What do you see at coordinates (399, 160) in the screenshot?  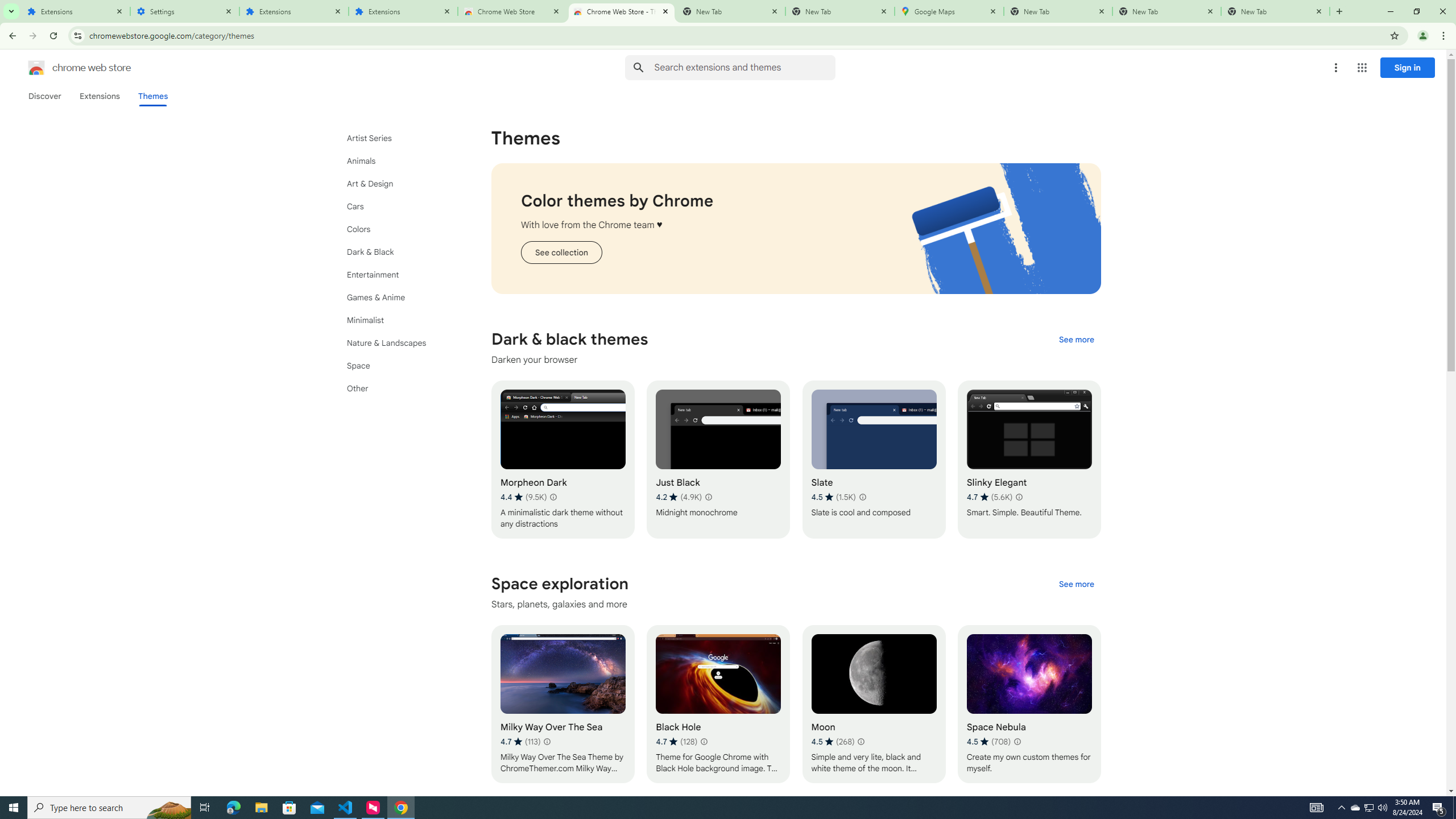 I see `'Animals'` at bounding box center [399, 160].